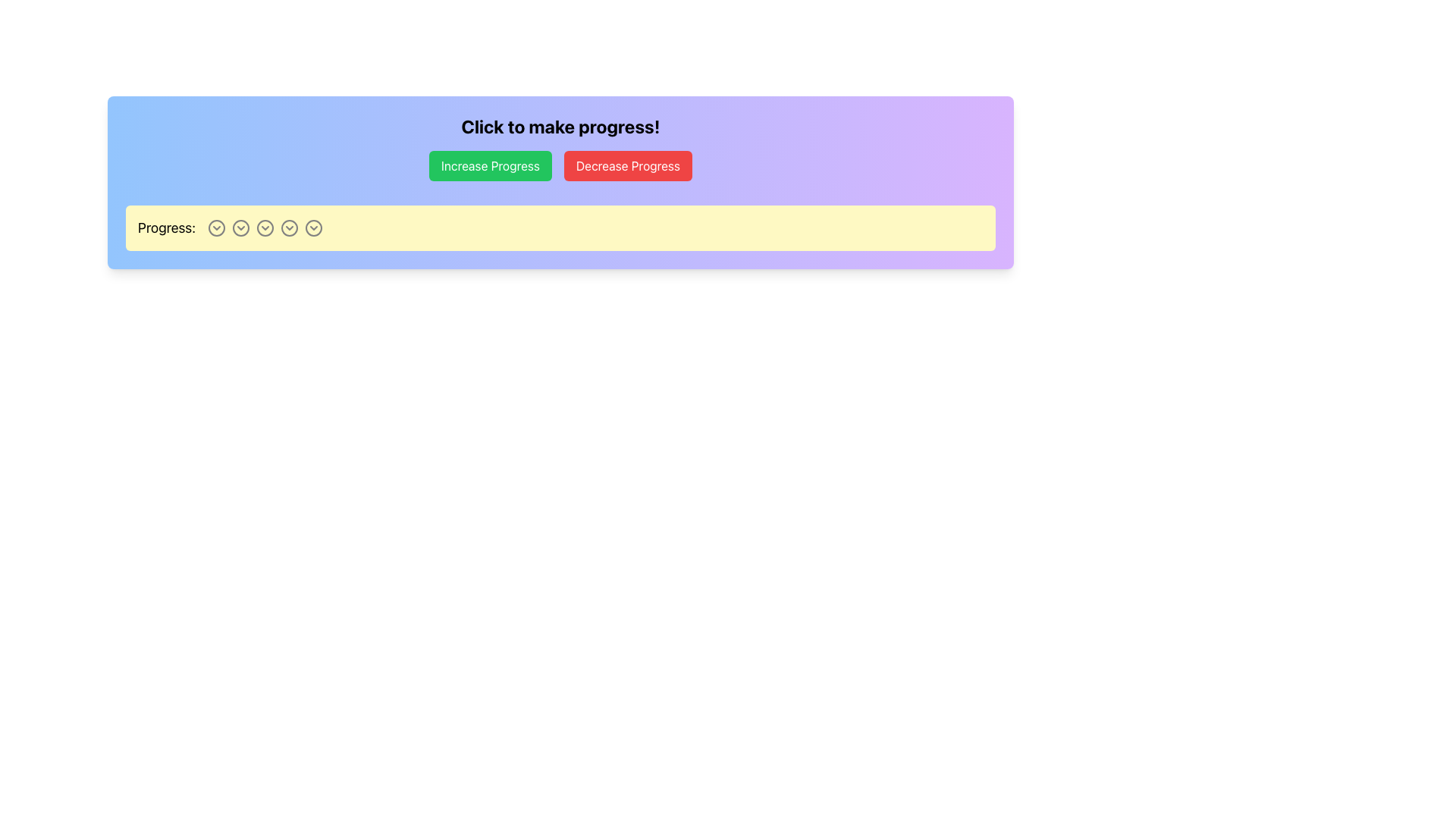 The height and width of the screenshot is (819, 1456). I want to click on the text label displaying 'Progress:' which is styled in a larger bold font and located to the left of a series of circular icons, so click(167, 227).